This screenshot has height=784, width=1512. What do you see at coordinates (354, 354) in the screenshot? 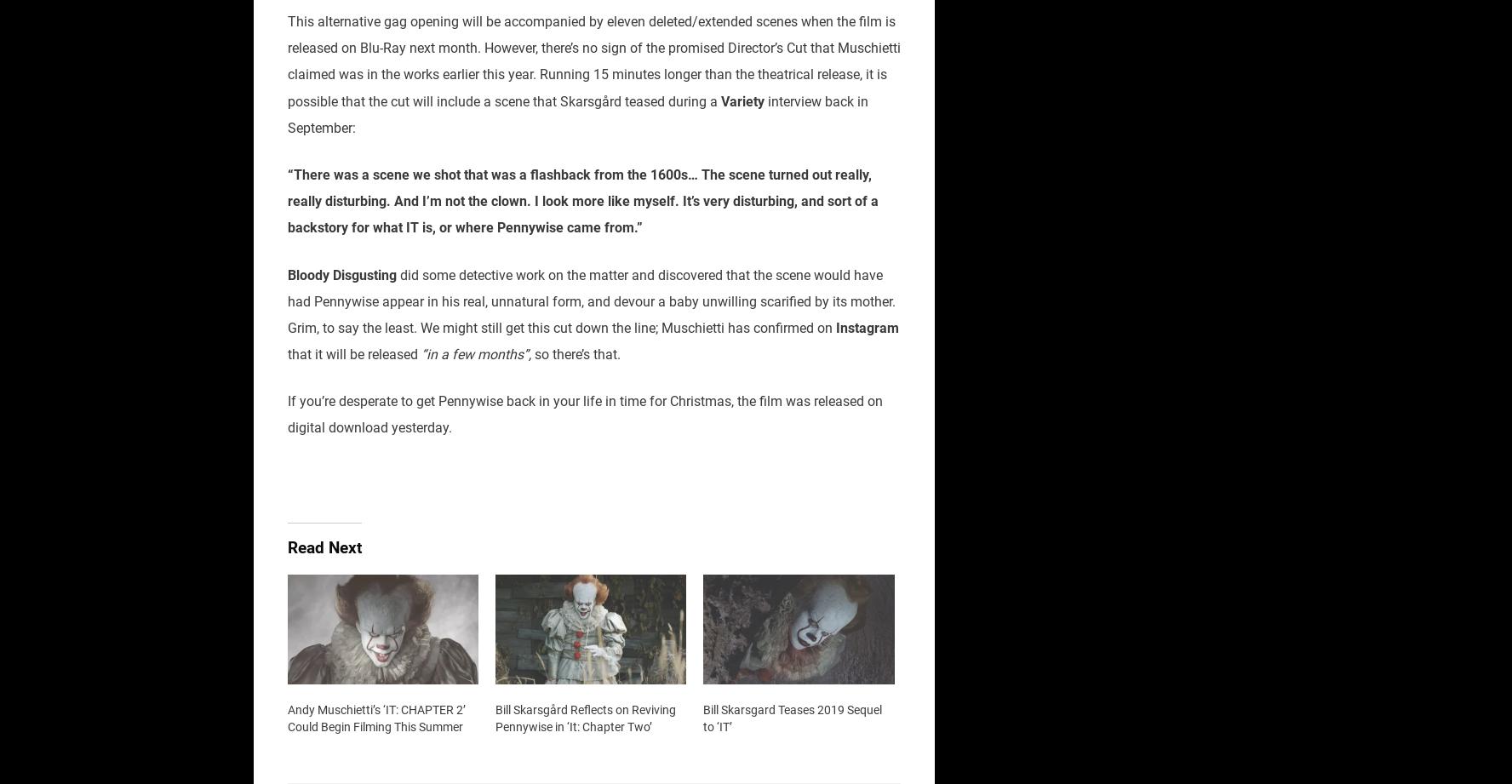
I see `'that it will be released'` at bounding box center [354, 354].